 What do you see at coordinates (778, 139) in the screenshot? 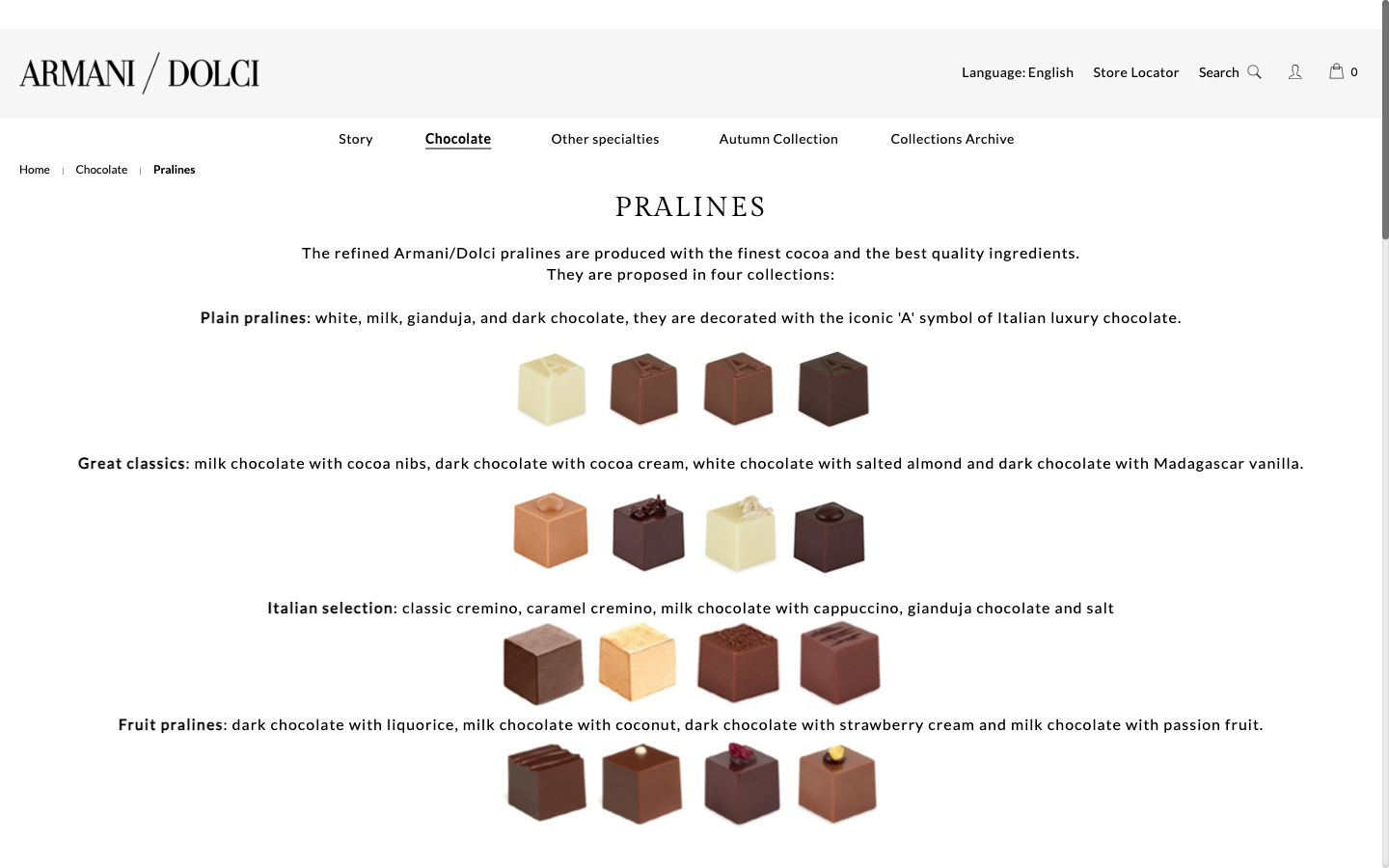
I see `the fall selection of chocolates` at bounding box center [778, 139].